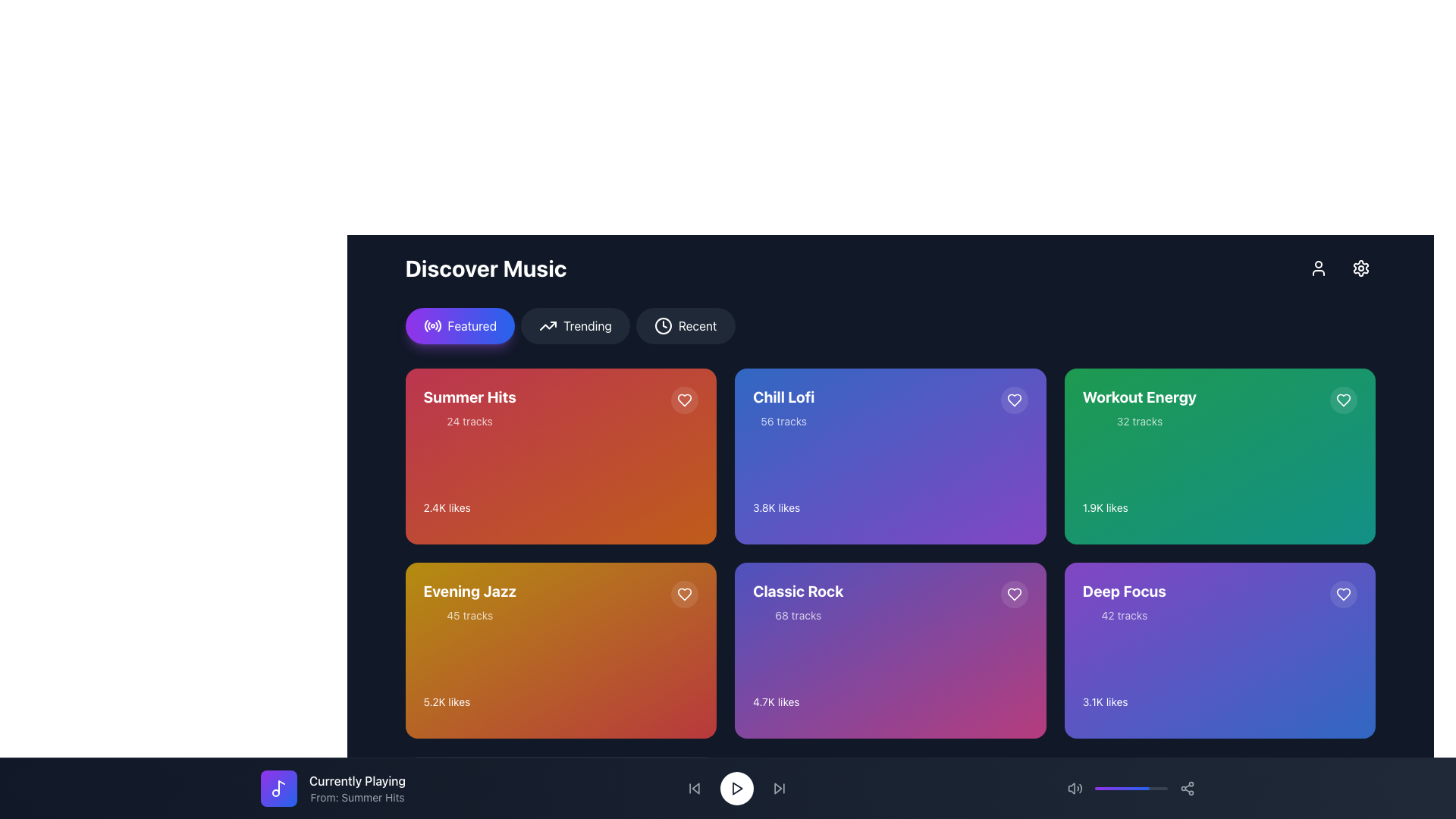  Describe the element at coordinates (1124, 616) in the screenshot. I see `the text label that reads '42 tracks', which is located within the purple card titled 'Deep Focus' in the bottom-left section of the card` at that location.